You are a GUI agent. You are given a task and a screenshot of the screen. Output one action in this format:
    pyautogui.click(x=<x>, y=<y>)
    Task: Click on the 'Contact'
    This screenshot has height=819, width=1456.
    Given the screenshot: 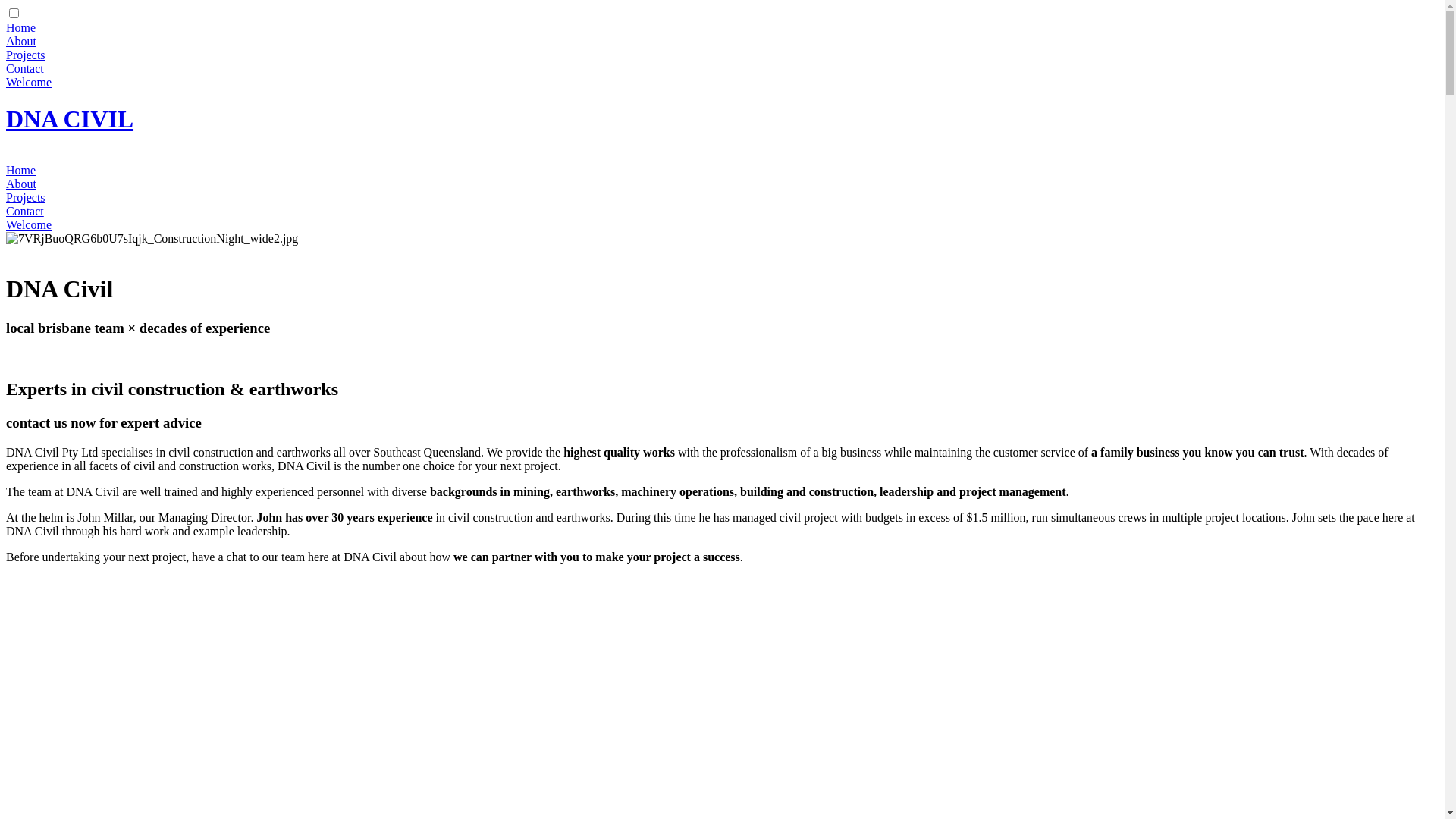 What is the action you would take?
    pyautogui.click(x=25, y=68)
    